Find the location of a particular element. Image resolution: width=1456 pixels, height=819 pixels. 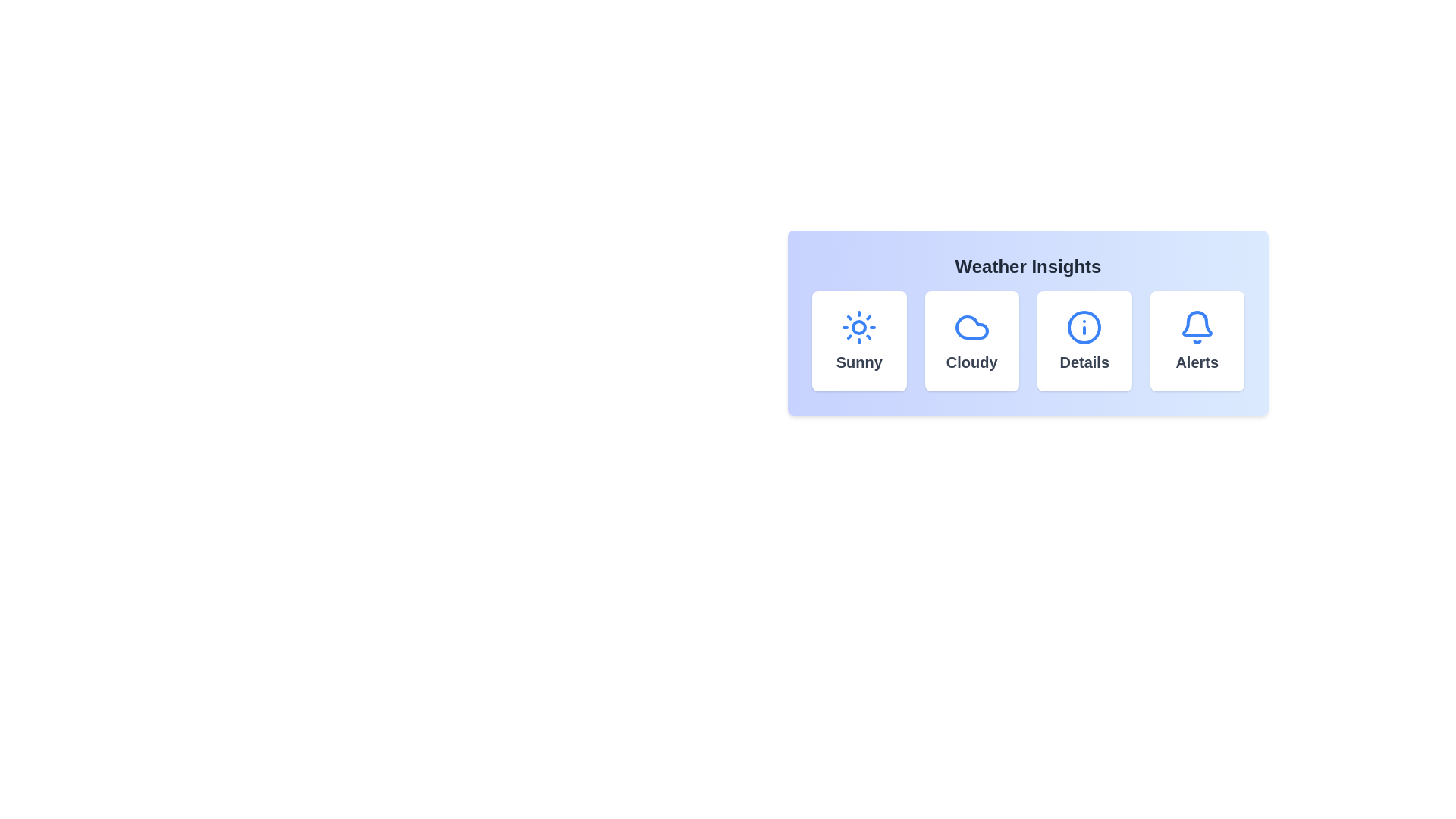

the Circle graphic, which serves as the core of the sun symbol in the Weather Insights section is located at coordinates (859, 327).